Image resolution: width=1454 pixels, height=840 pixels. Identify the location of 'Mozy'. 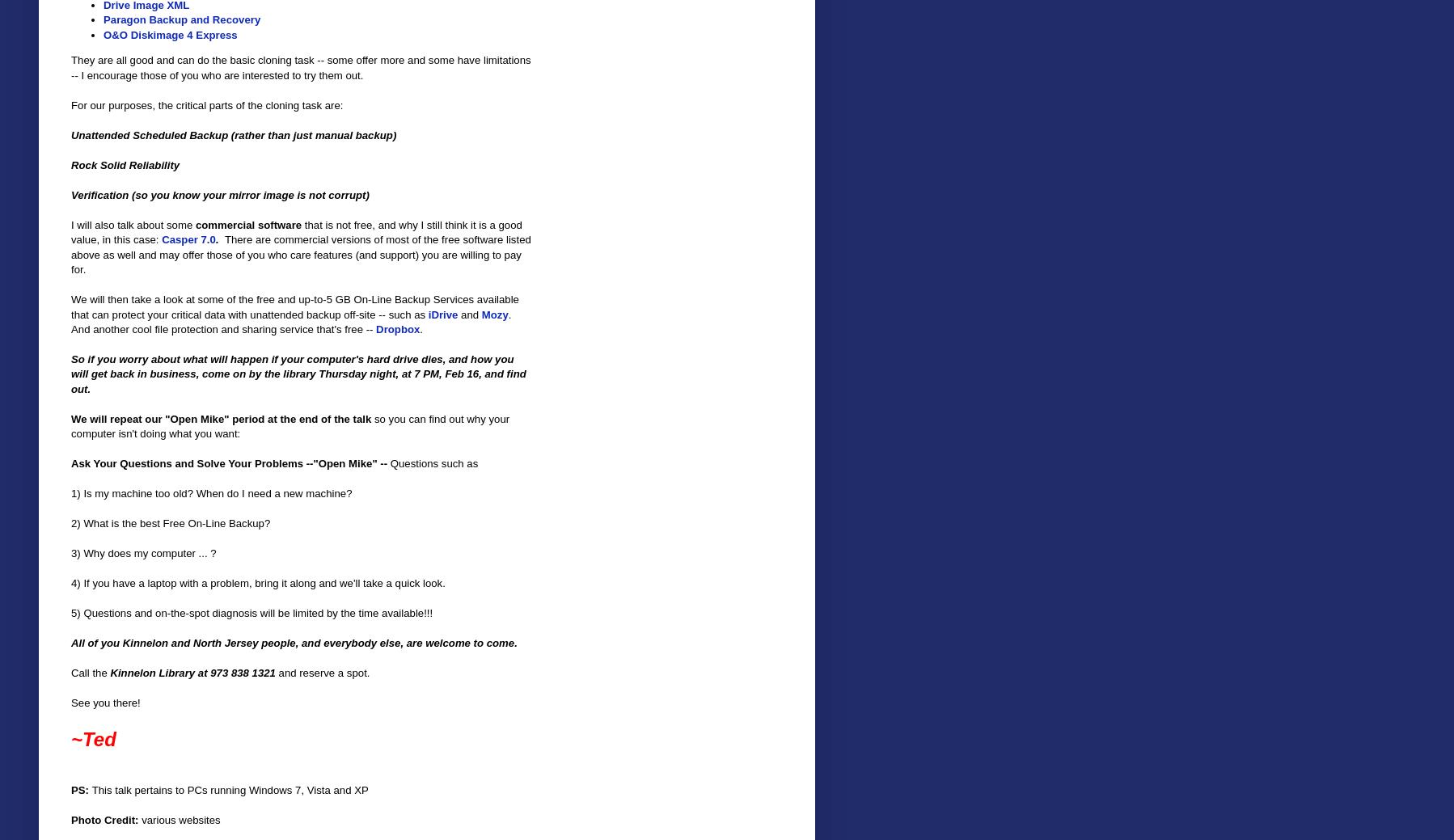
(493, 313).